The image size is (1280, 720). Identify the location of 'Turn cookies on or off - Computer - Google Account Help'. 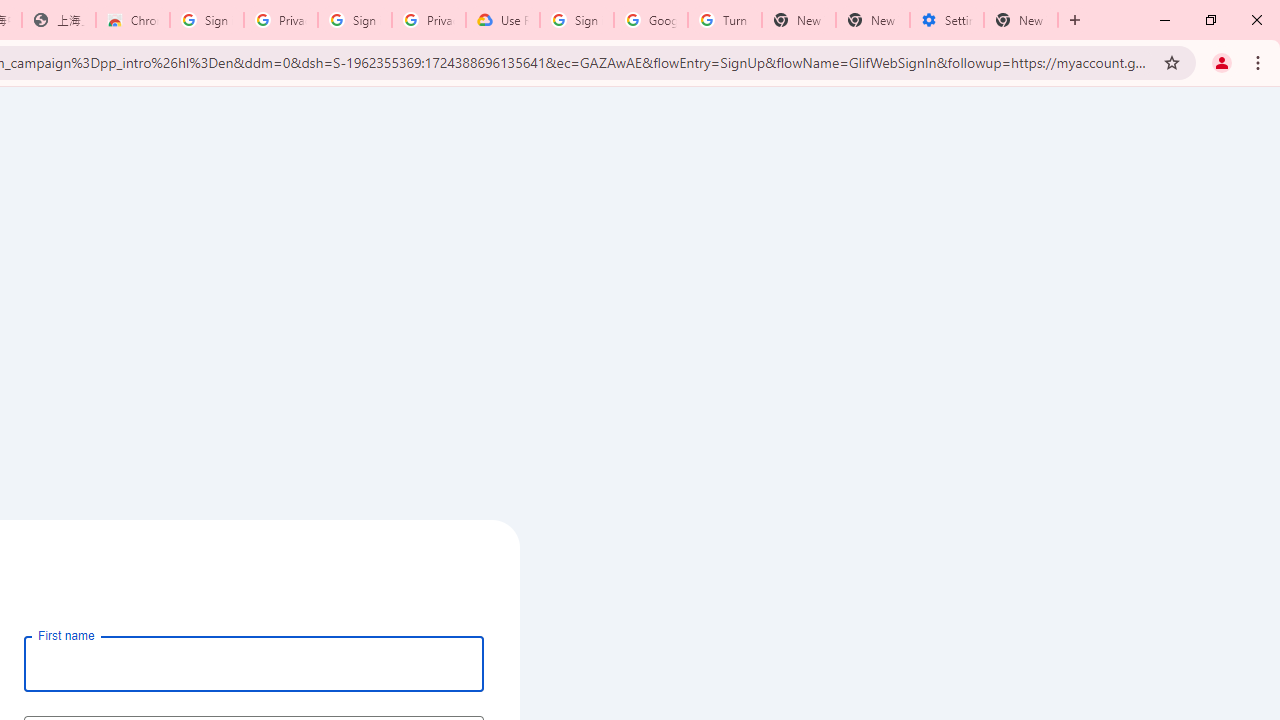
(723, 20).